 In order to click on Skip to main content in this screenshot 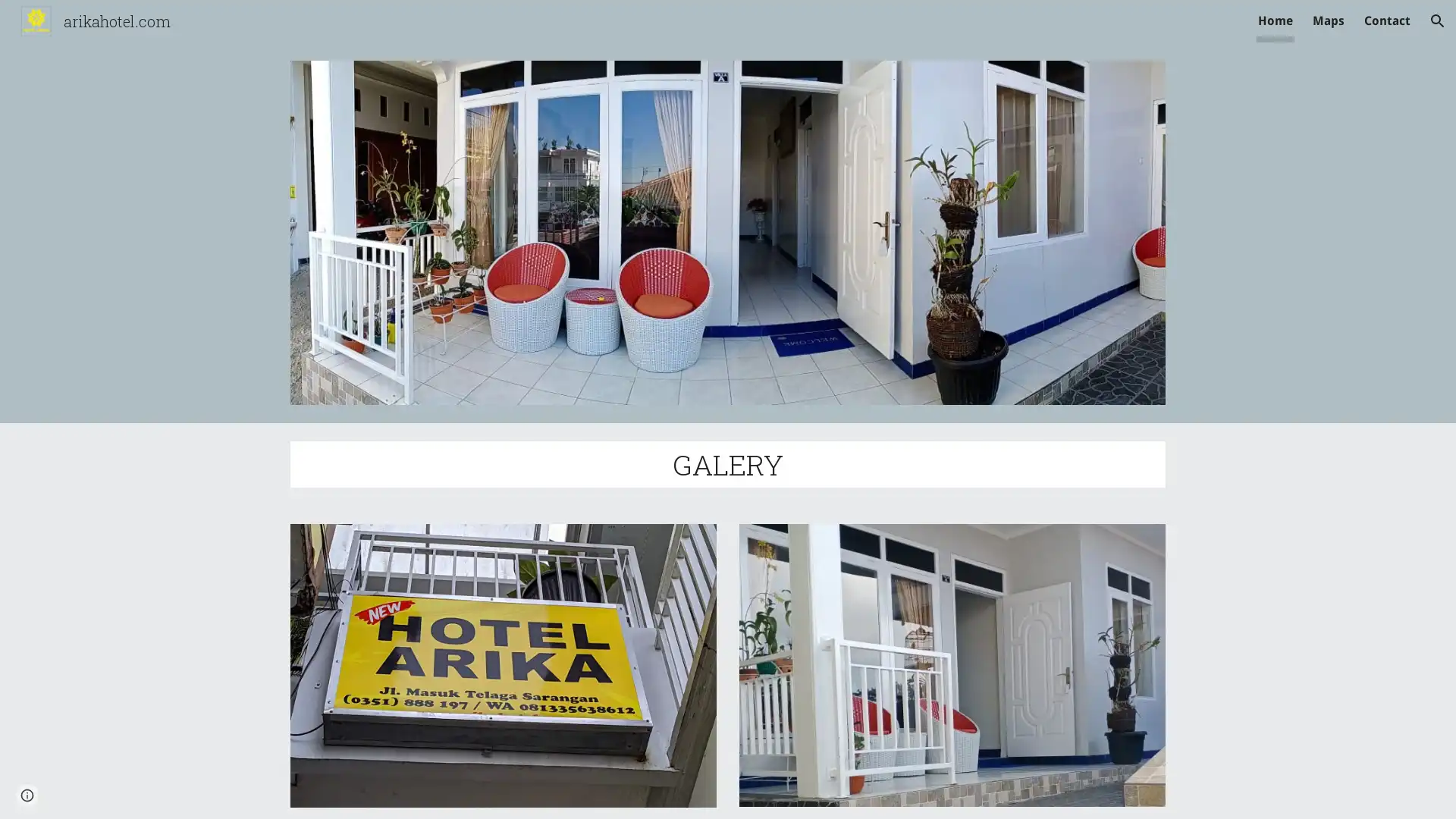, I will do `click(597, 28)`.